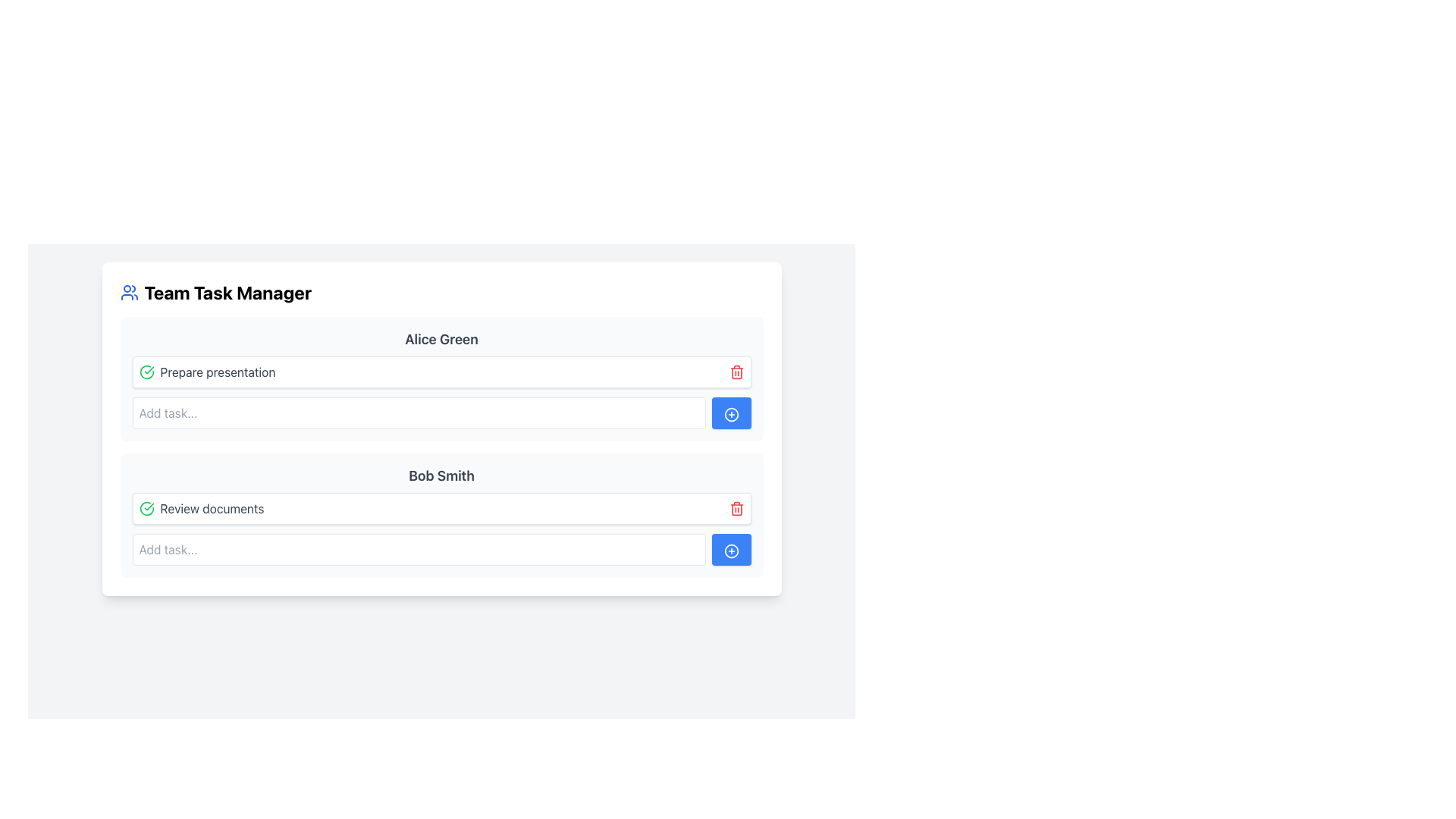 This screenshot has height=819, width=1456. What do you see at coordinates (736, 509) in the screenshot?
I see `the delete button located in the 'Review documents' task row, positioned on the far right, adjacent to the blue circular button with a plus sign, to observe a change in shade` at bounding box center [736, 509].